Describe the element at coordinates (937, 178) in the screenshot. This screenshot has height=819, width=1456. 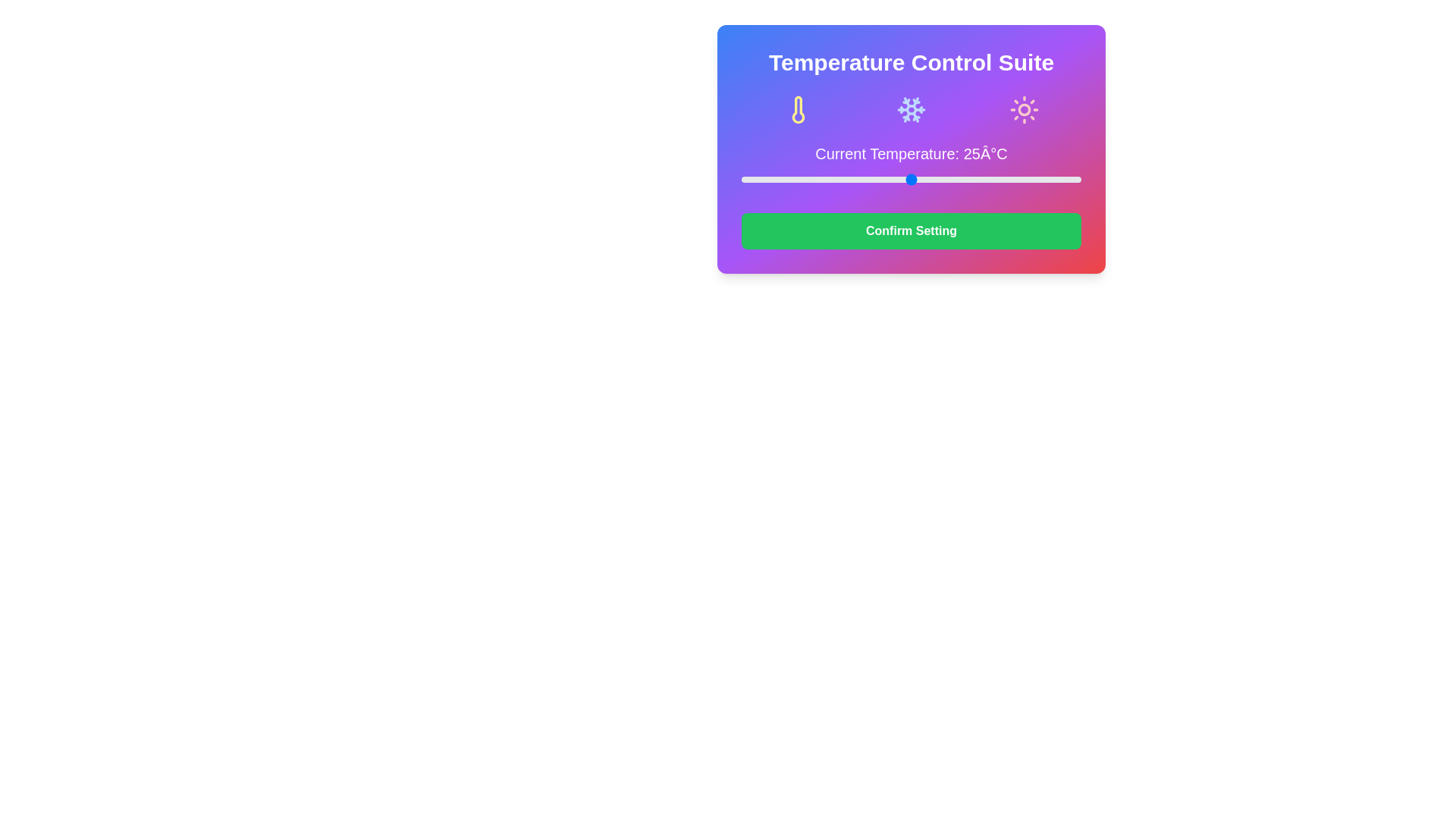
I see `the slider to set the temperature to 29°C` at that location.